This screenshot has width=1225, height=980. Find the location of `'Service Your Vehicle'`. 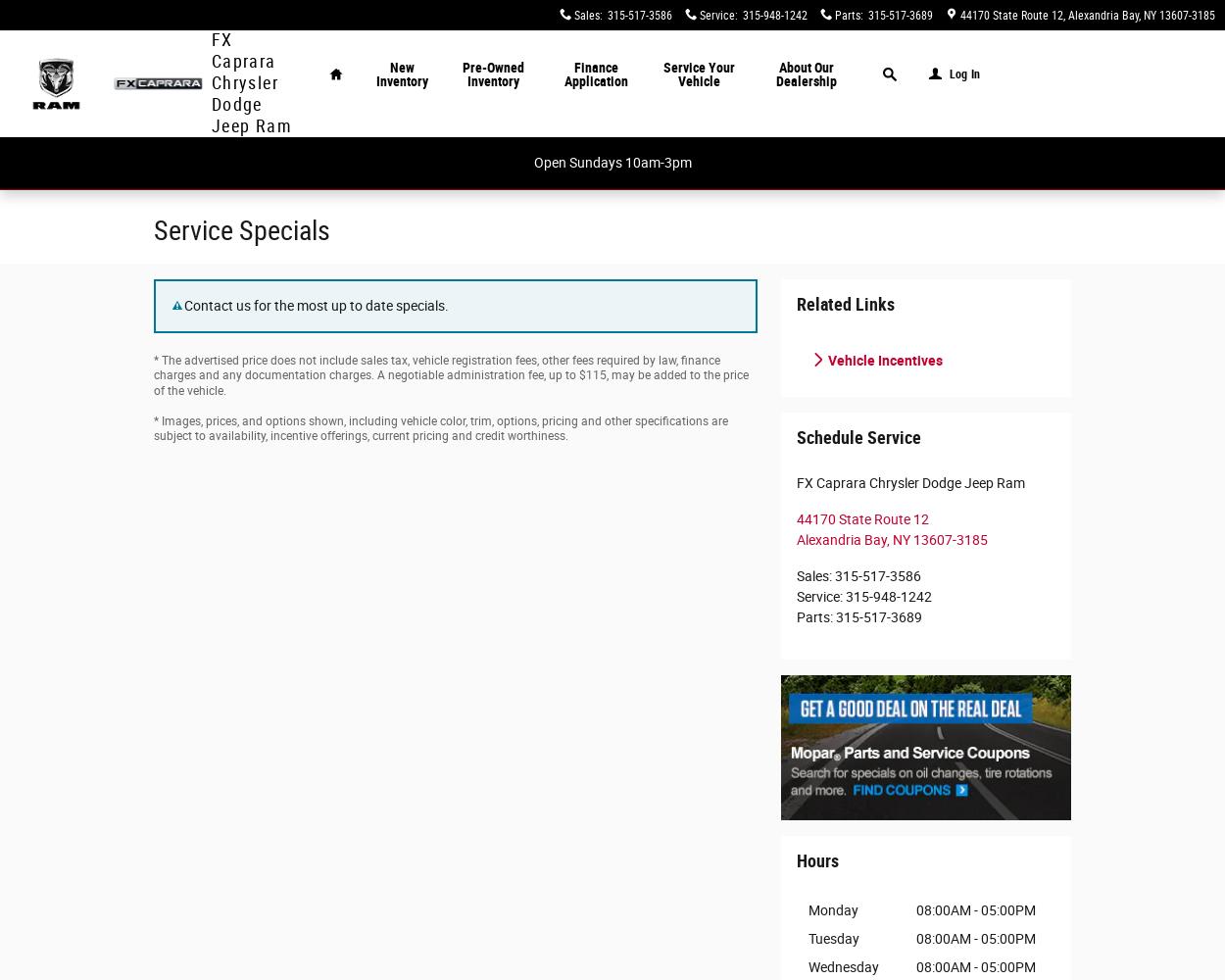

'Service Your Vehicle' is located at coordinates (698, 73).